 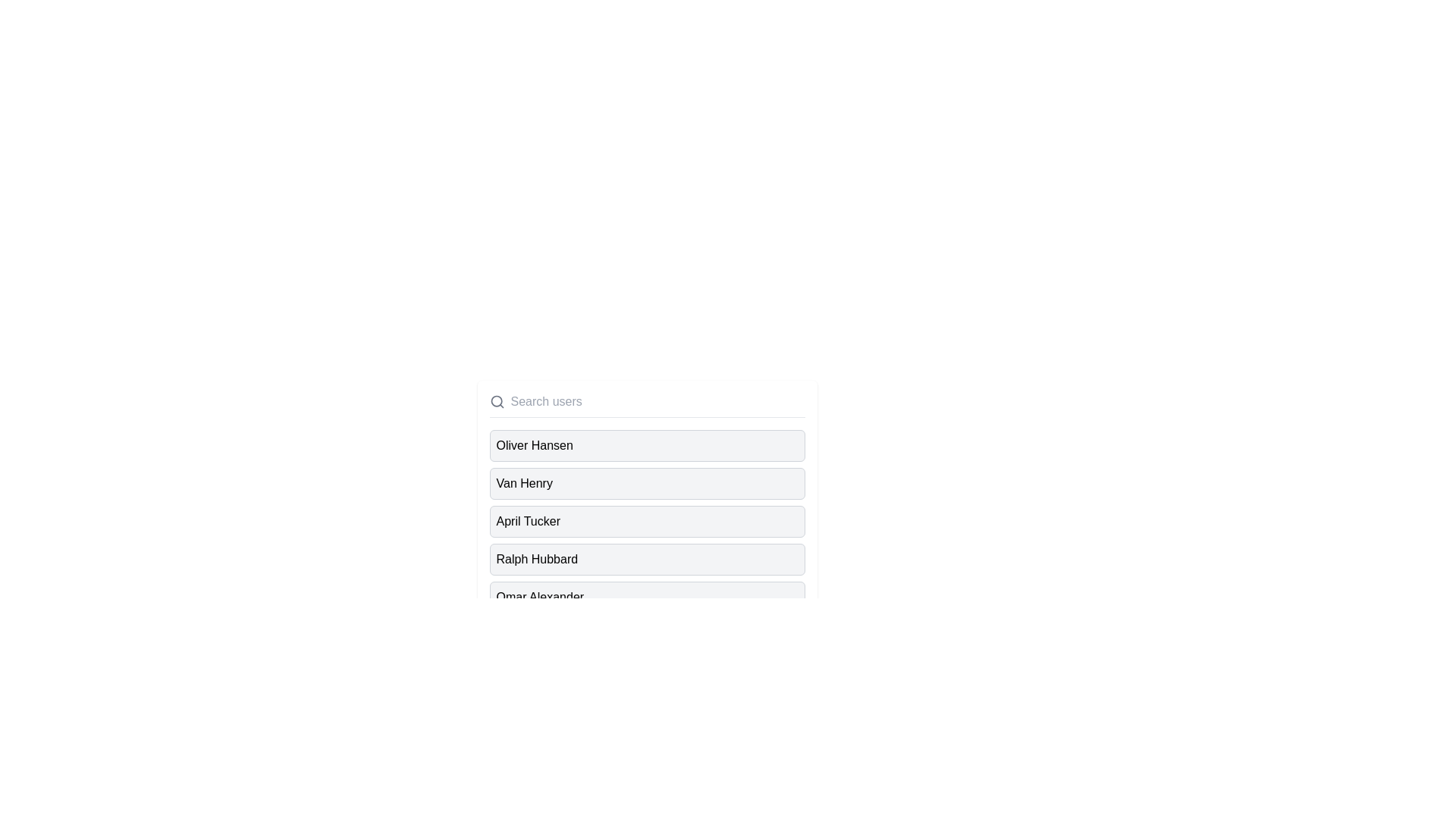 I want to click on the fourth item in the user selection list, so click(x=537, y=559).